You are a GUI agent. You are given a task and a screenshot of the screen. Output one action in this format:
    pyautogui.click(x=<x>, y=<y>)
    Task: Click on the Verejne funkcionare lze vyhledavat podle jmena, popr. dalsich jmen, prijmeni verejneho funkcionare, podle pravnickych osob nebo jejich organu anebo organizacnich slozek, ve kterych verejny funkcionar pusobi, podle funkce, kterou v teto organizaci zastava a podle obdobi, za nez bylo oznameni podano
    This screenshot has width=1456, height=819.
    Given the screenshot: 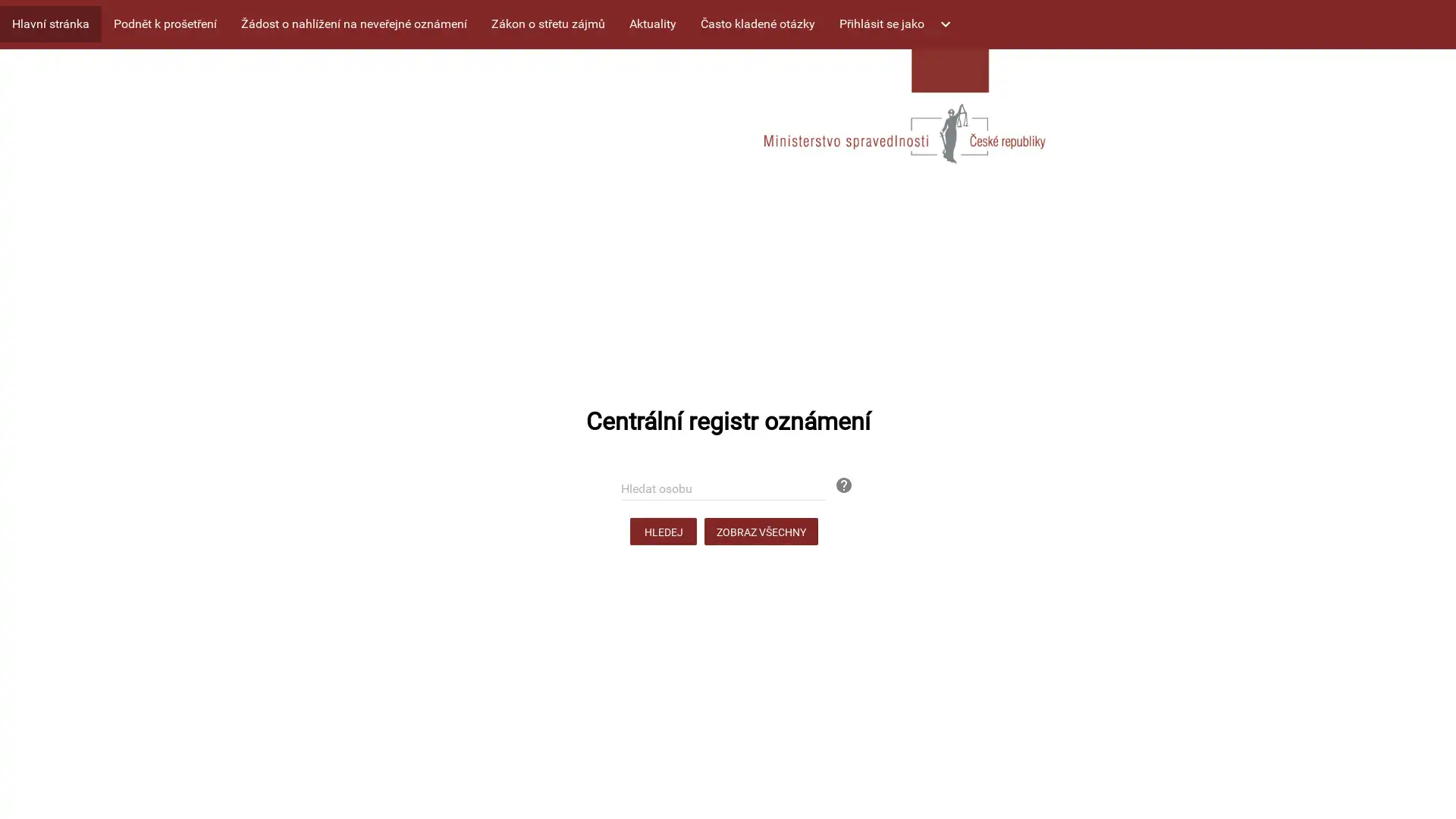 What is the action you would take?
    pyautogui.click(x=833, y=475)
    